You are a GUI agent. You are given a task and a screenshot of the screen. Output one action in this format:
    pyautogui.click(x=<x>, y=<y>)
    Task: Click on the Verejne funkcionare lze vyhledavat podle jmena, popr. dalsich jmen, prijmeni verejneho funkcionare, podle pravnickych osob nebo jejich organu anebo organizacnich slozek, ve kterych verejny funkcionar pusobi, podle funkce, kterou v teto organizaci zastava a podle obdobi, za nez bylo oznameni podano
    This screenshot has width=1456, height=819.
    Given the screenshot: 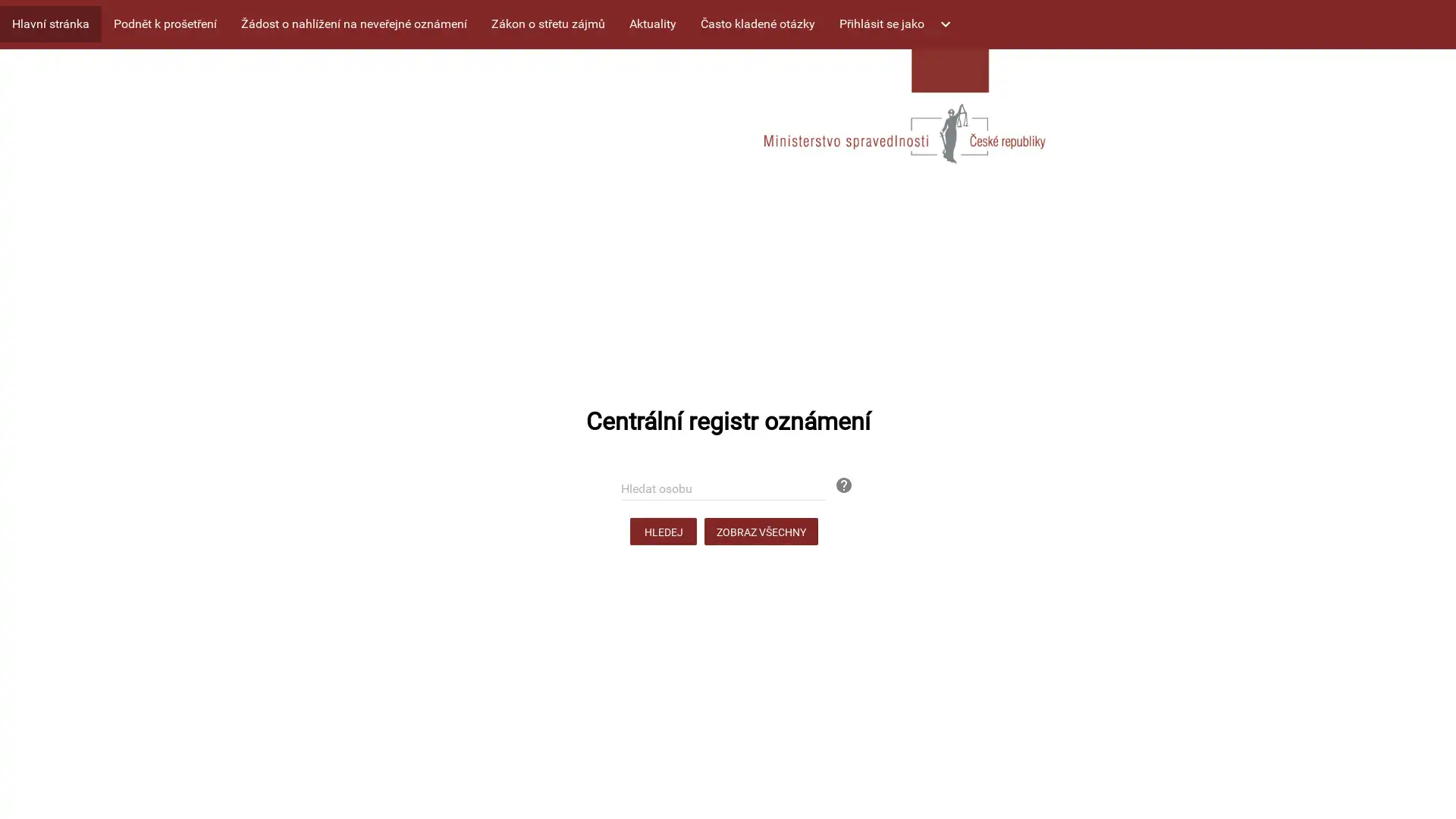 What is the action you would take?
    pyautogui.click(x=833, y=475)
    